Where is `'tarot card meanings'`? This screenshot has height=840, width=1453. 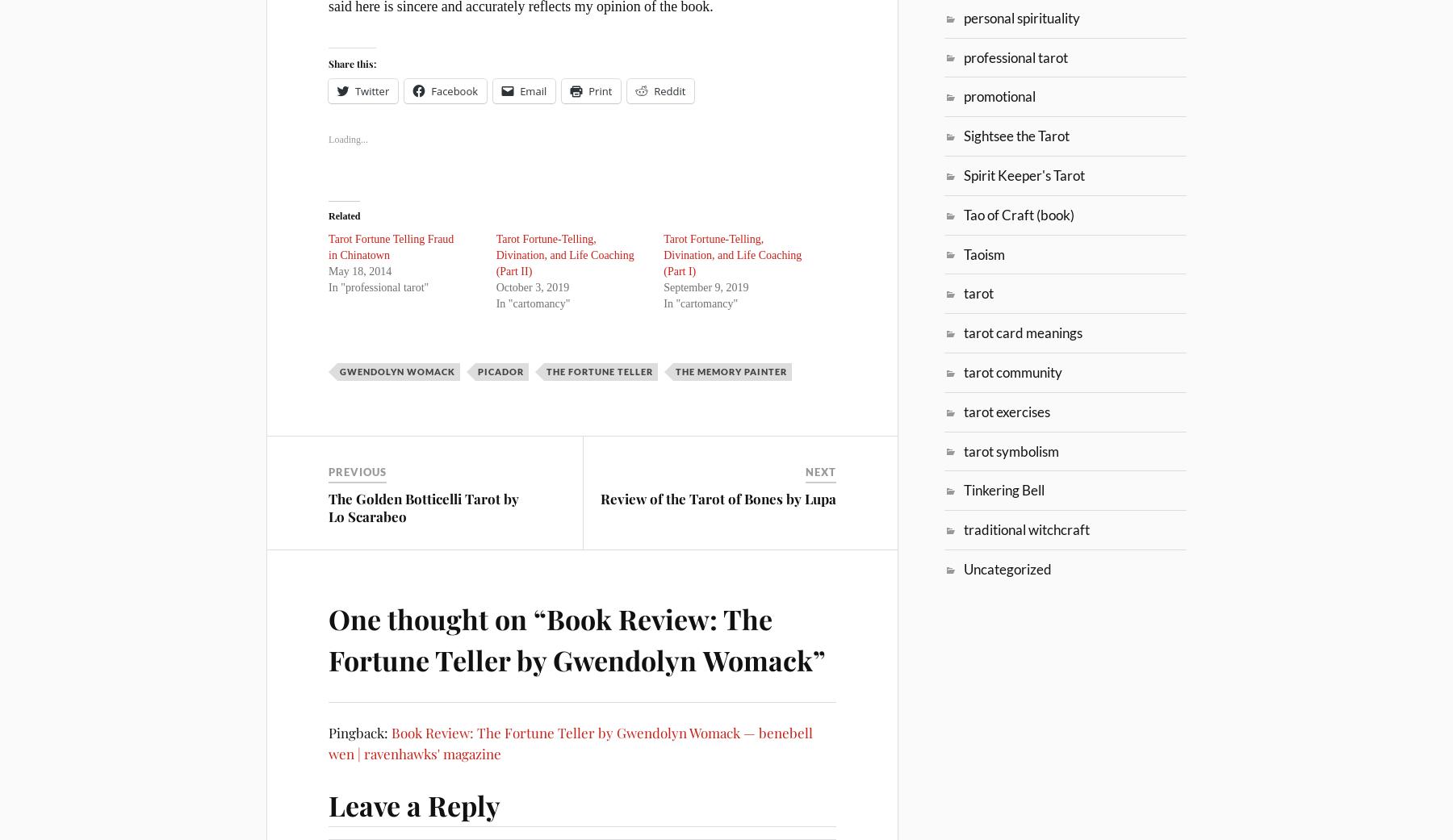 'tarot card meanings' is located at coordinates (1023, 332).